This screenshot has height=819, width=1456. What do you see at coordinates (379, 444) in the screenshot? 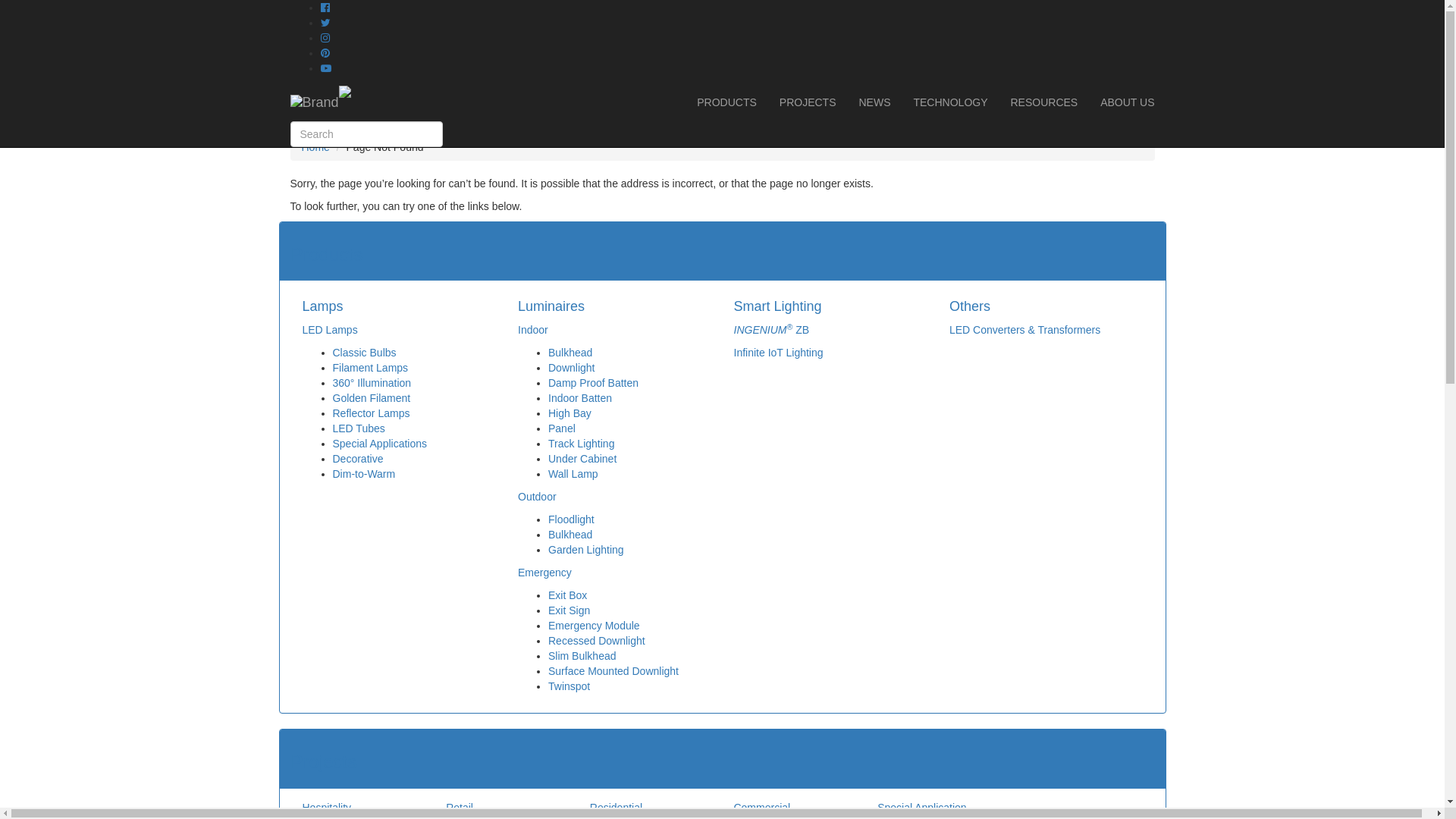
I see `'Special Applications'` at bounding box center [379, 444].